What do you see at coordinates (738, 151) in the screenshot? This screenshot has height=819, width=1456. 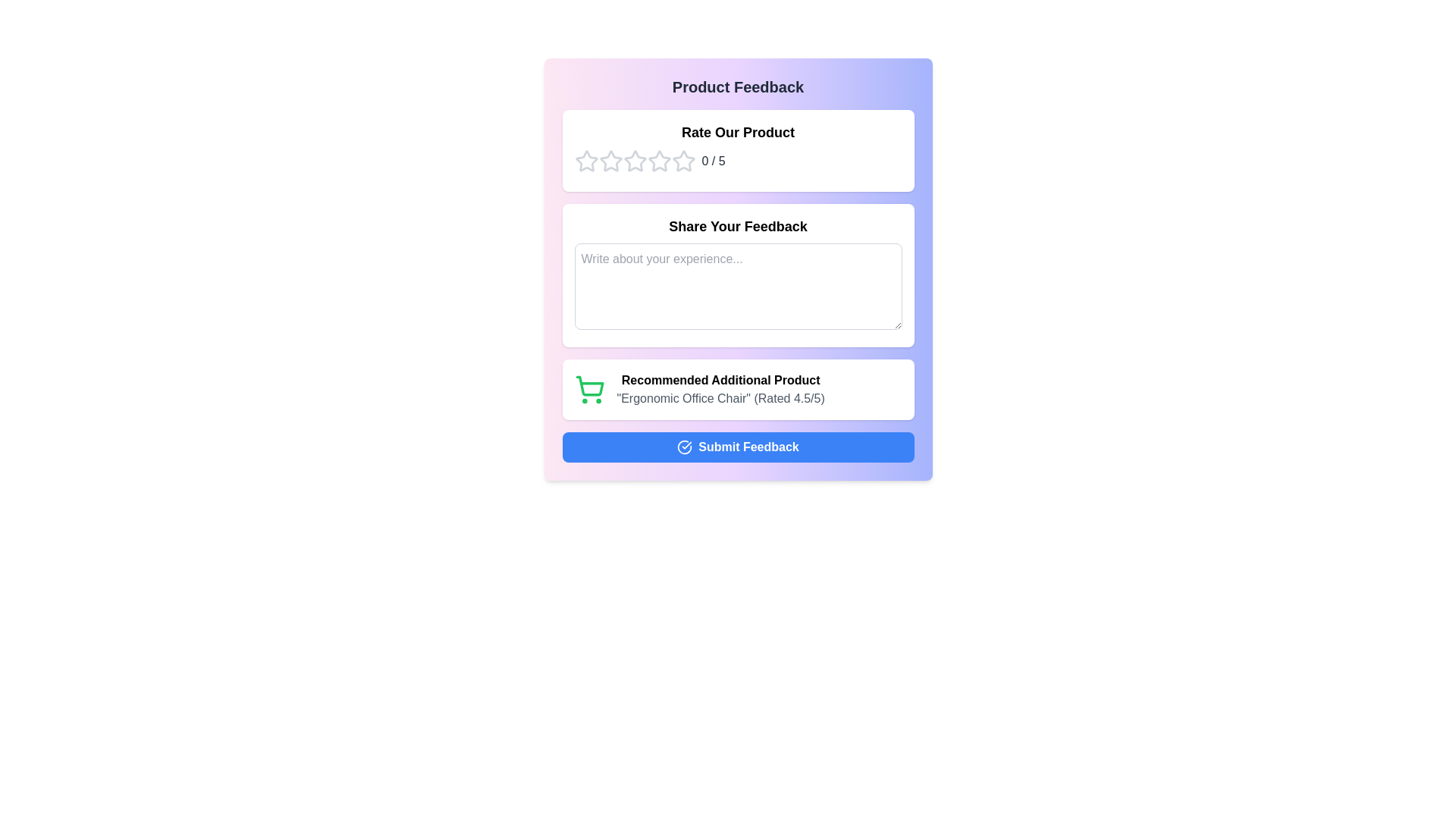 I see `one of the outlined stars in the Rating widget titled 'Rate Our Product' to give a rating` at bounding box center [738, 151].